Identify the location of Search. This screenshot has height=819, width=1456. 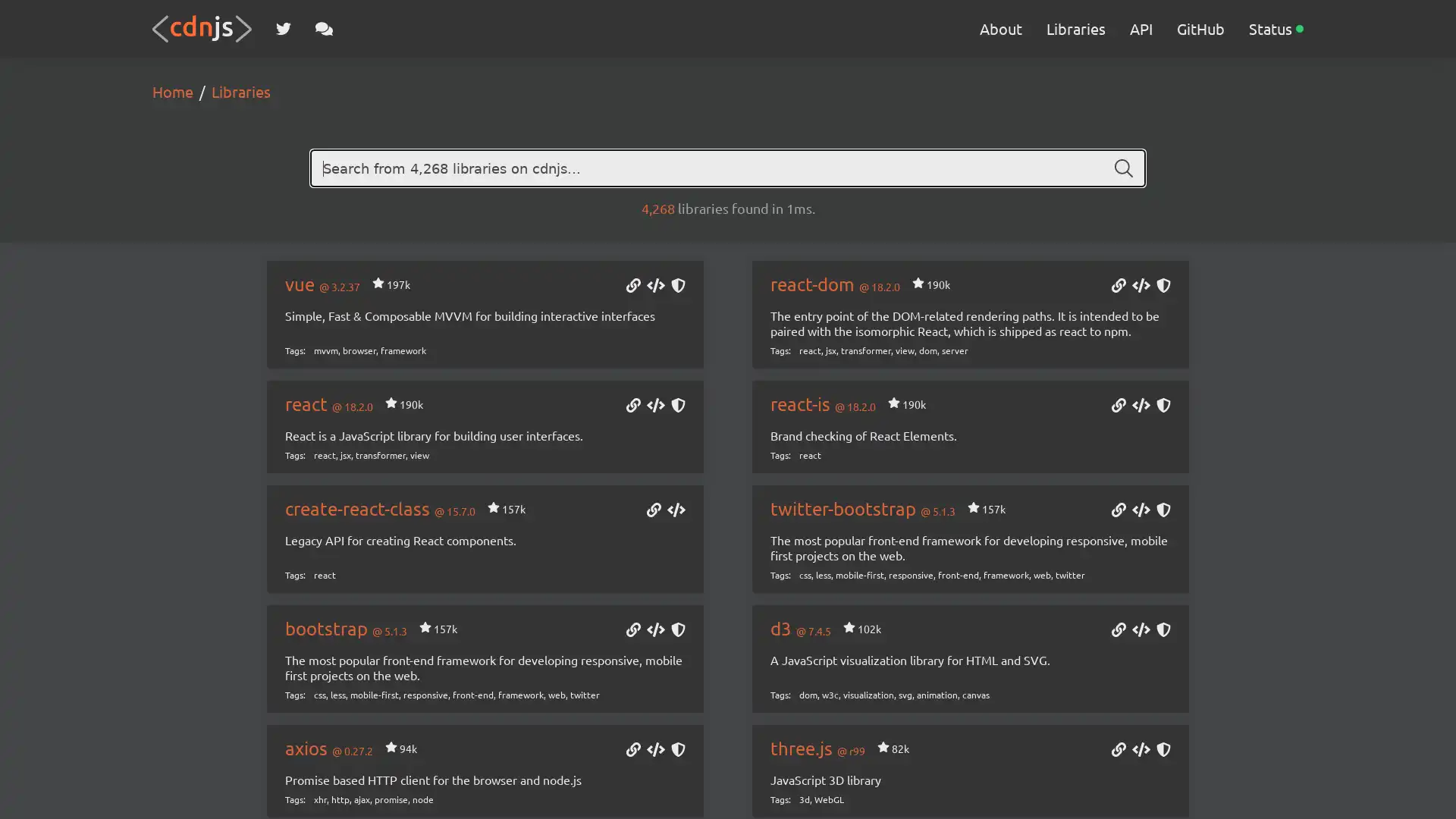
(1124, 168).